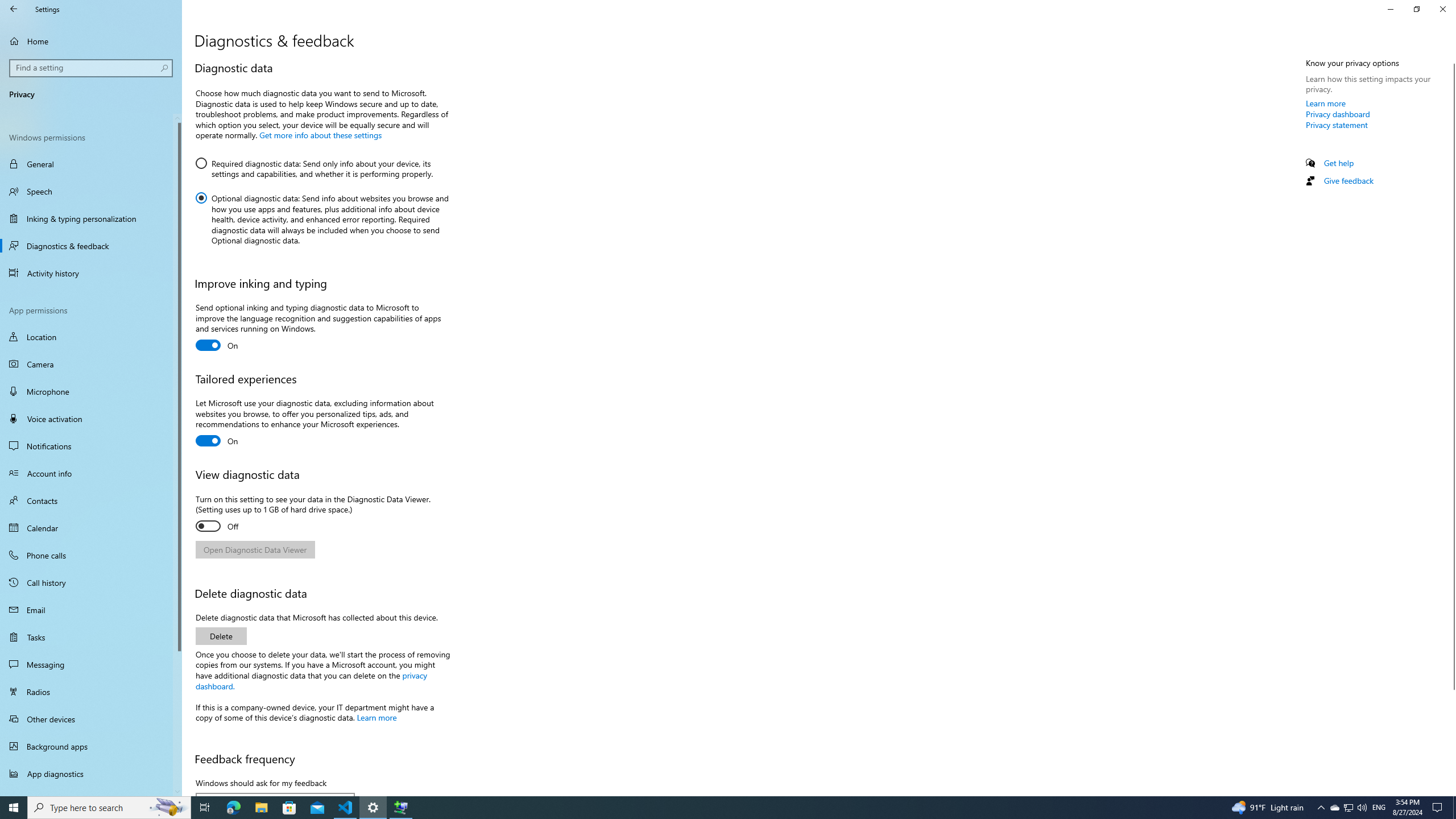  I want to click on 'Give feedback', so click(1347, 180).